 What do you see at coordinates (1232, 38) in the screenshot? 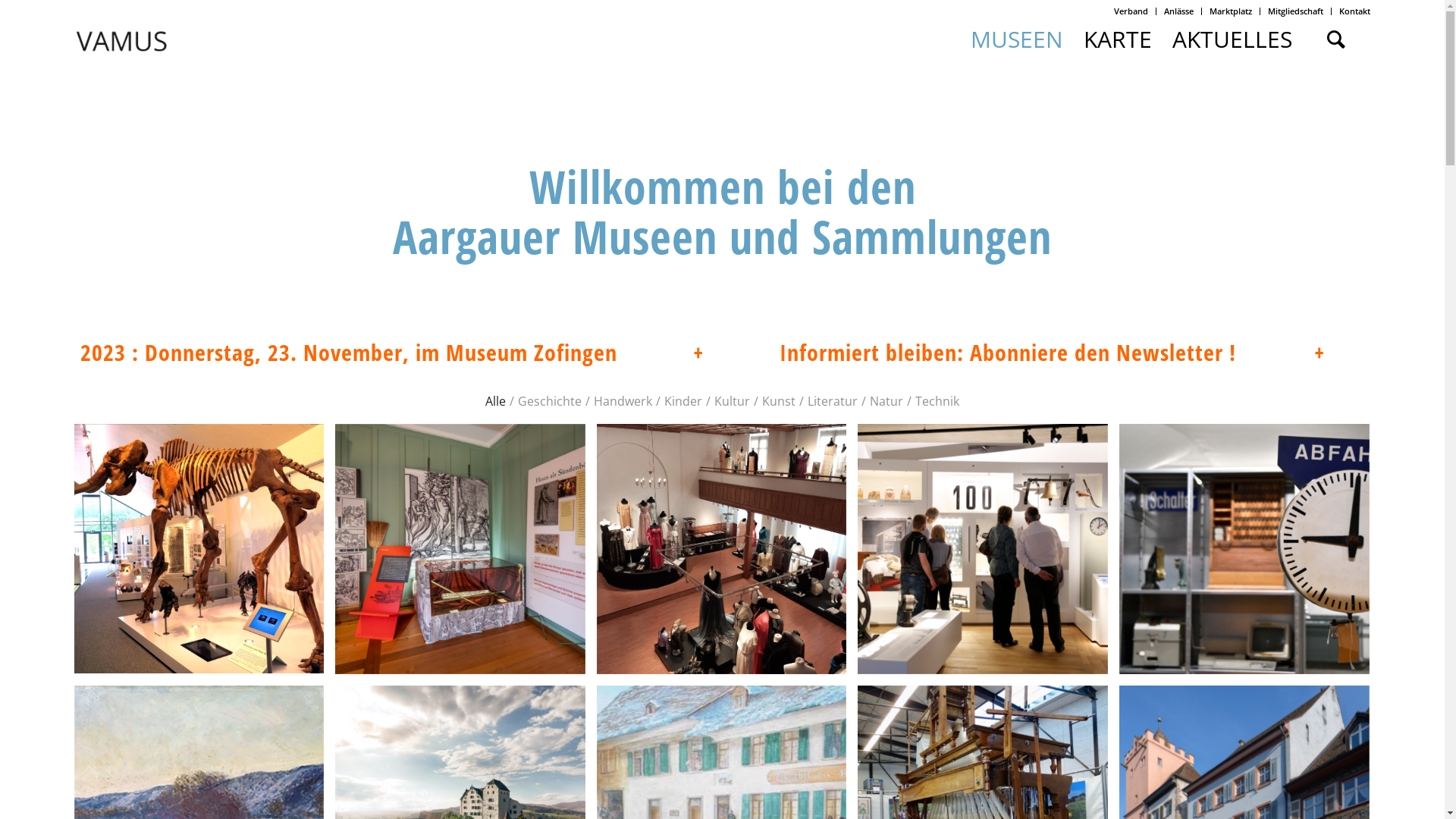
I see `'AKTUELLES'` at bounding box center [1232, 38].